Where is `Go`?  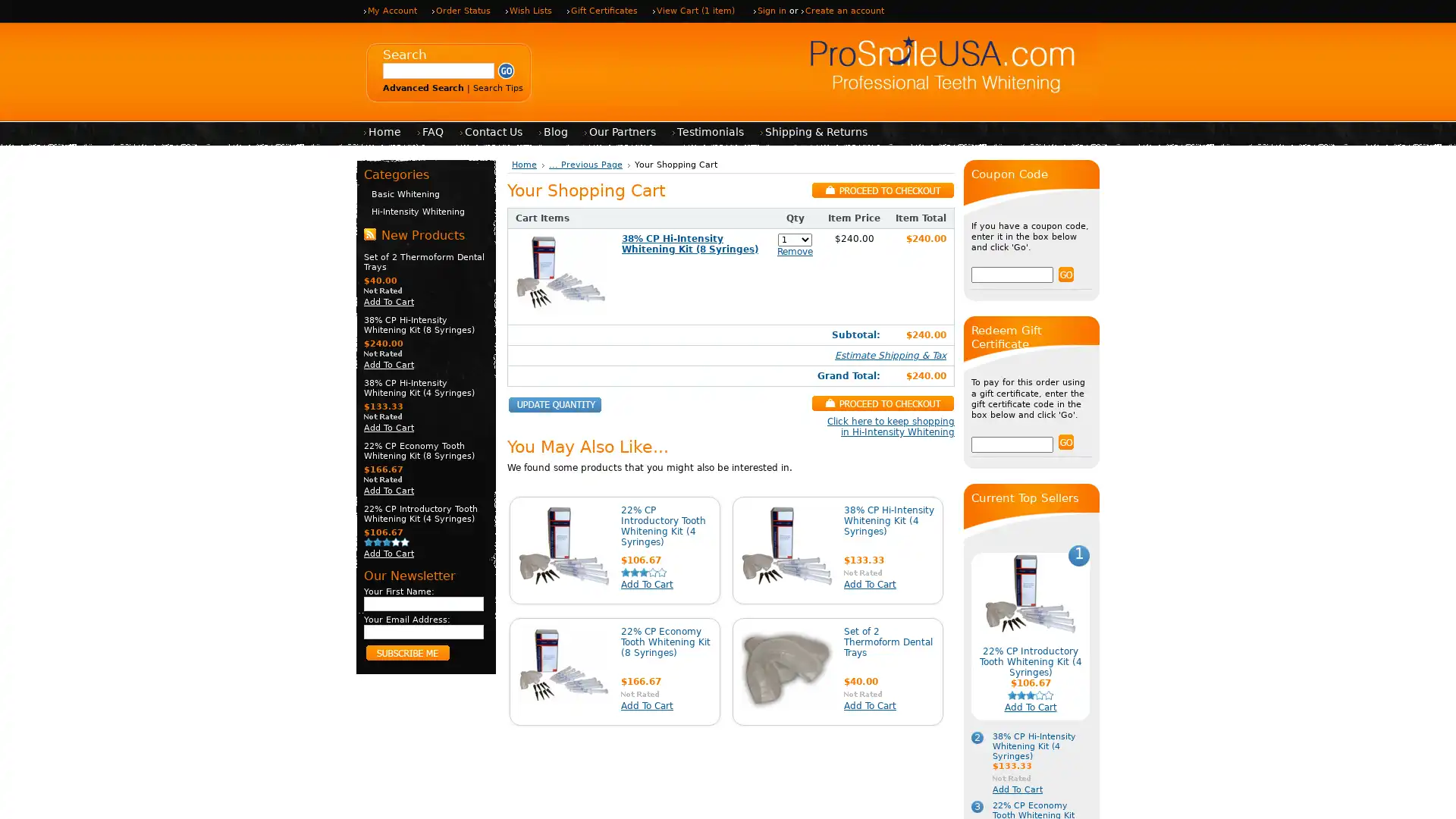 Go is located at coordinates (1065, 441).